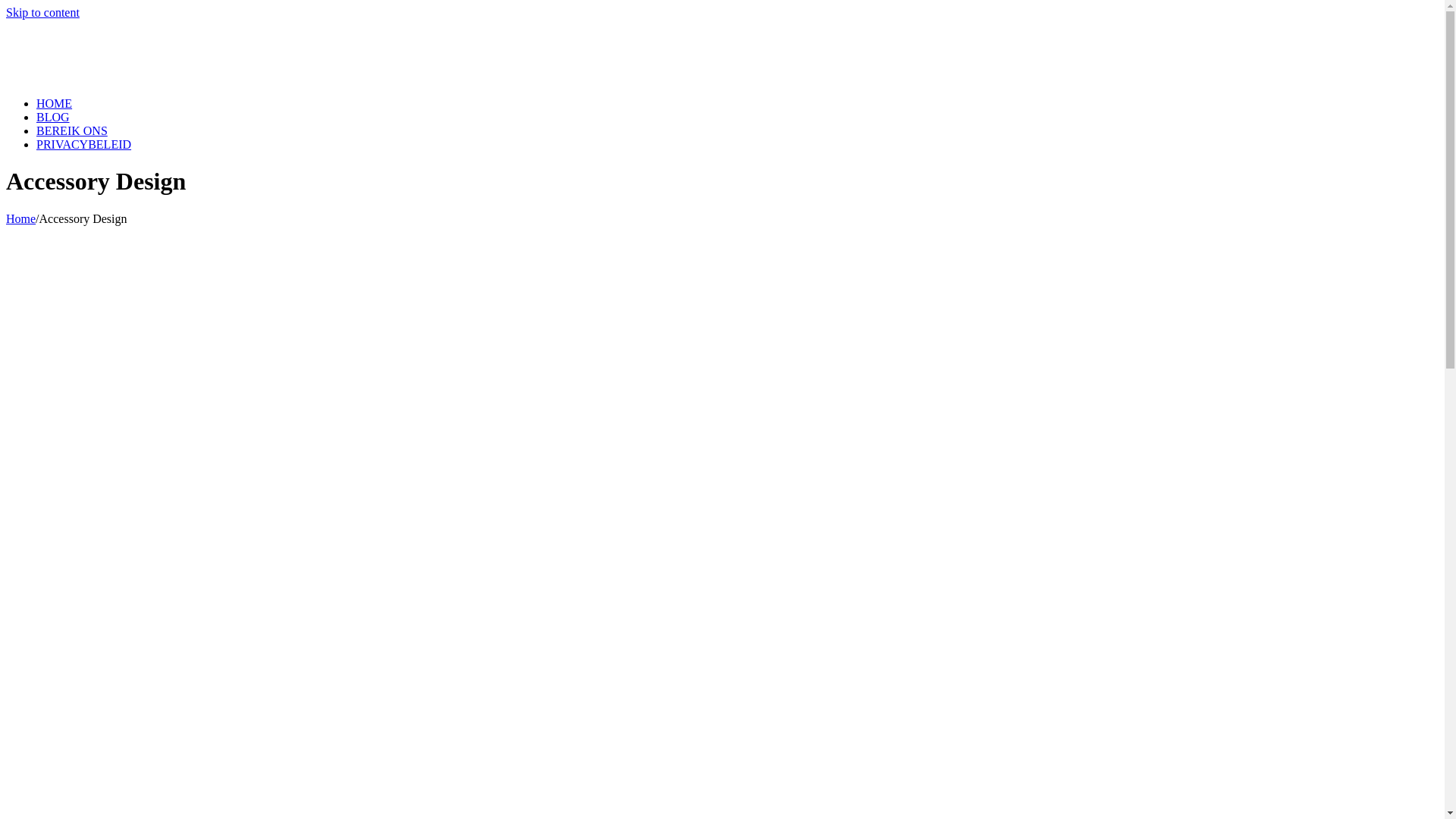 This screenshot has width=1456, height=819. I want to click on 'Home', so click(20, 218).